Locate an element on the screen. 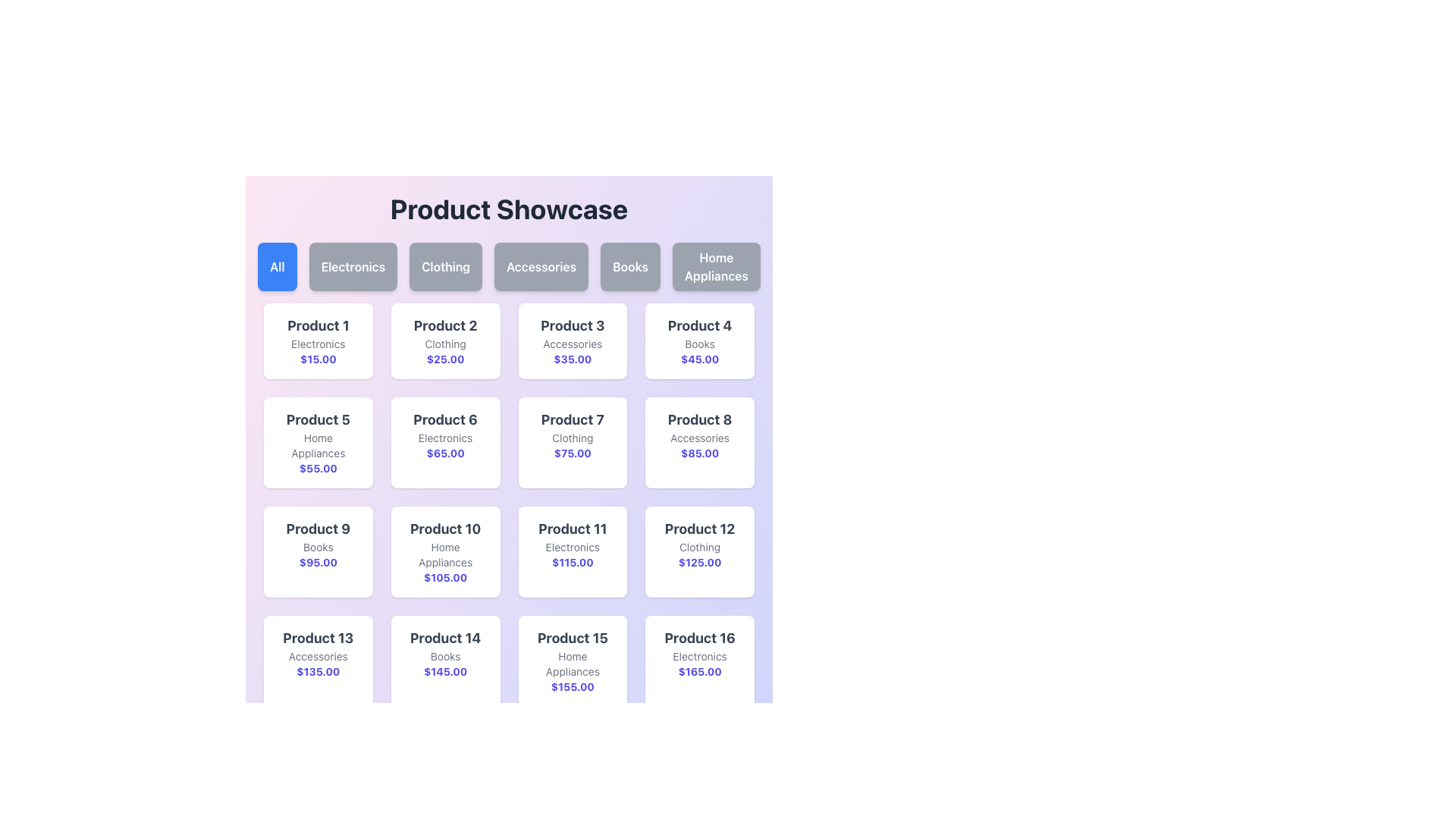  the rectangular card displaying details about 'Product 1', which includes the title, category, and price, located in the first column and first row of the grid layout is located at coordinates (317, 341).